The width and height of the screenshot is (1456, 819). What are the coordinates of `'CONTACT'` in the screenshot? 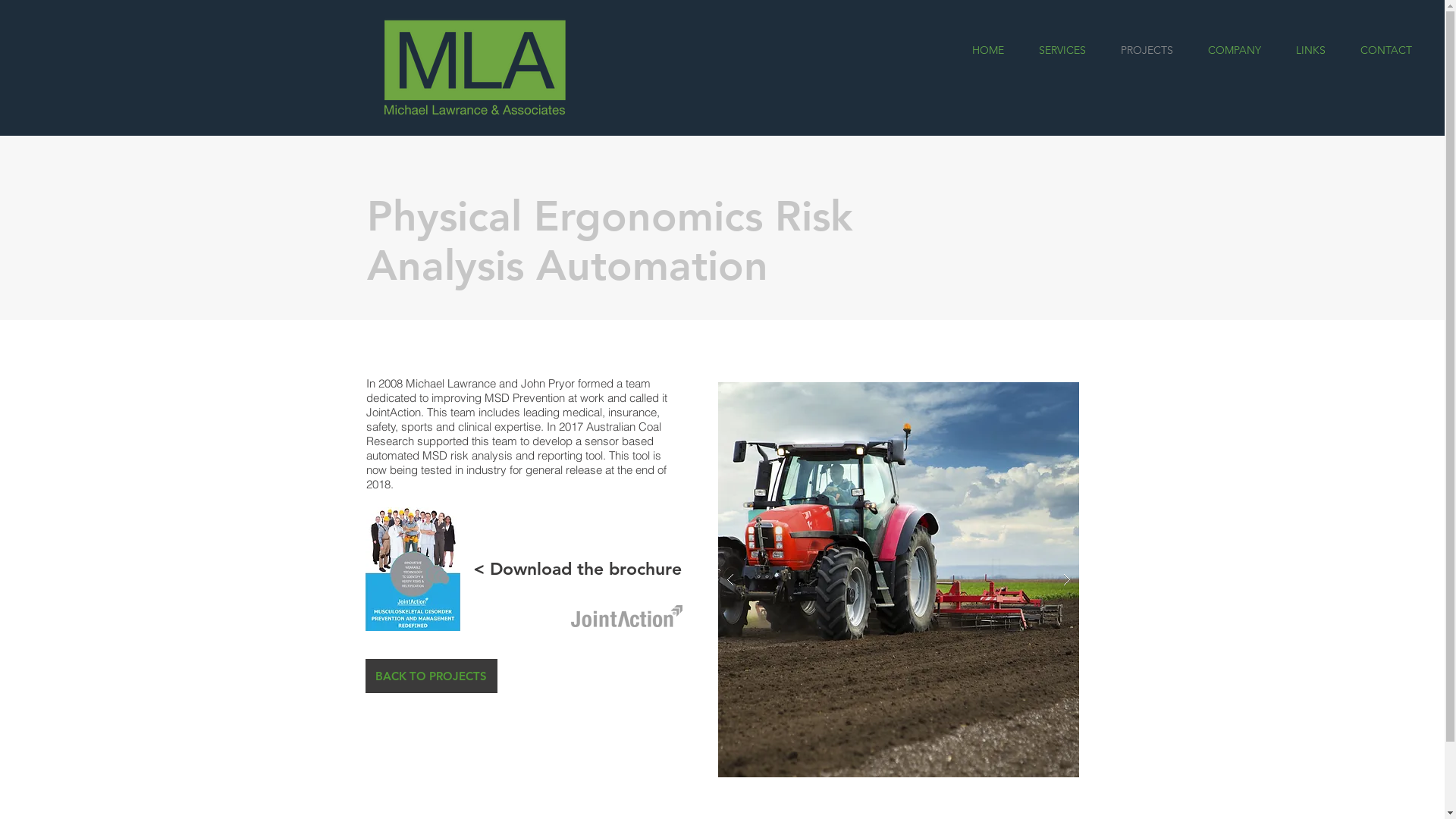 It's located at (1386, 49).